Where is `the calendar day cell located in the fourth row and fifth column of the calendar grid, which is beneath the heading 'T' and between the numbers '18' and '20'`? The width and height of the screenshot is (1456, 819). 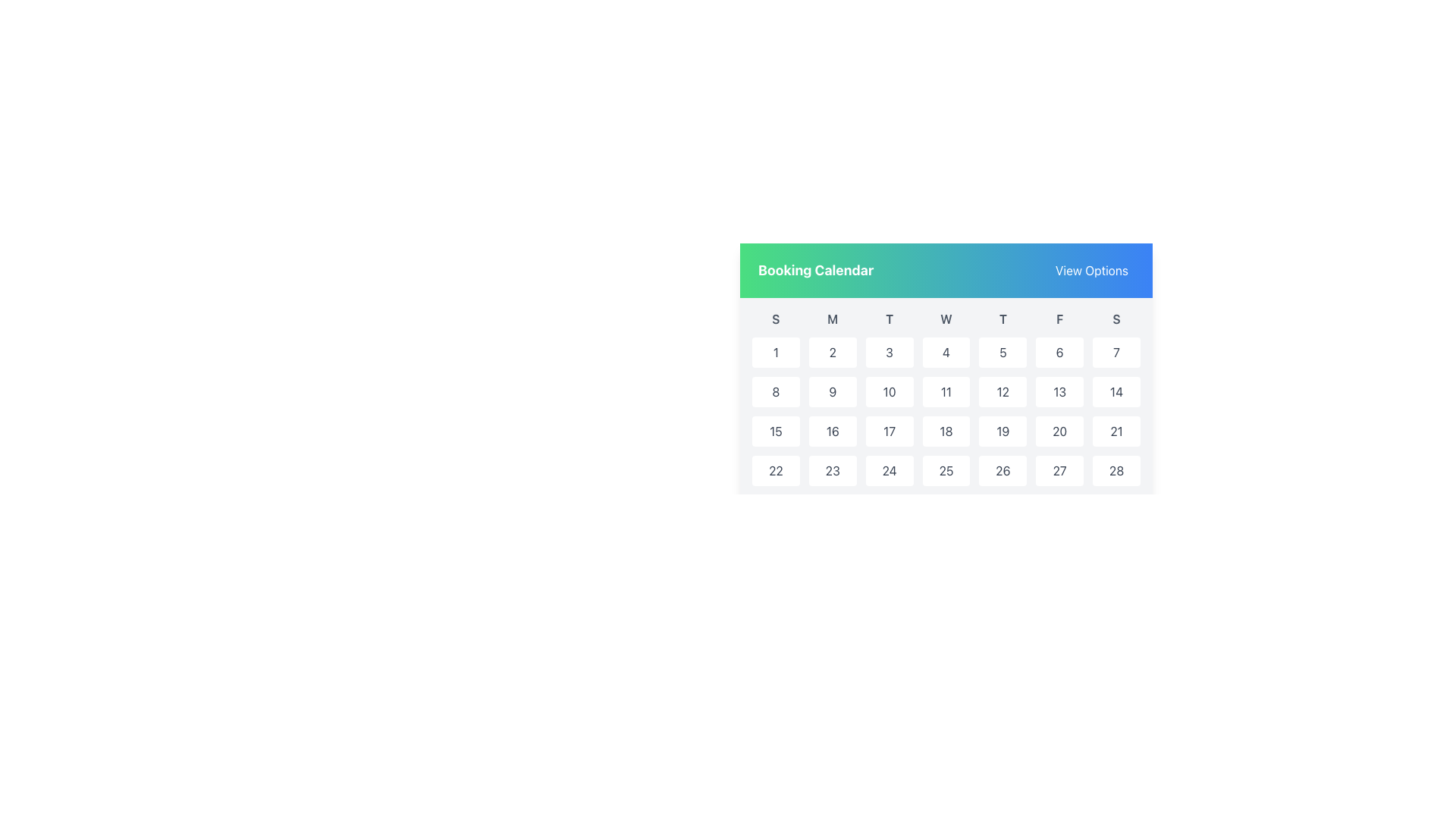 the calendar day cell located in the fourth row and fifth column of the calendar grid, which is beneath the heading 'T' and between the numbers '18' and '20' is located at coordinates (1003, 431).